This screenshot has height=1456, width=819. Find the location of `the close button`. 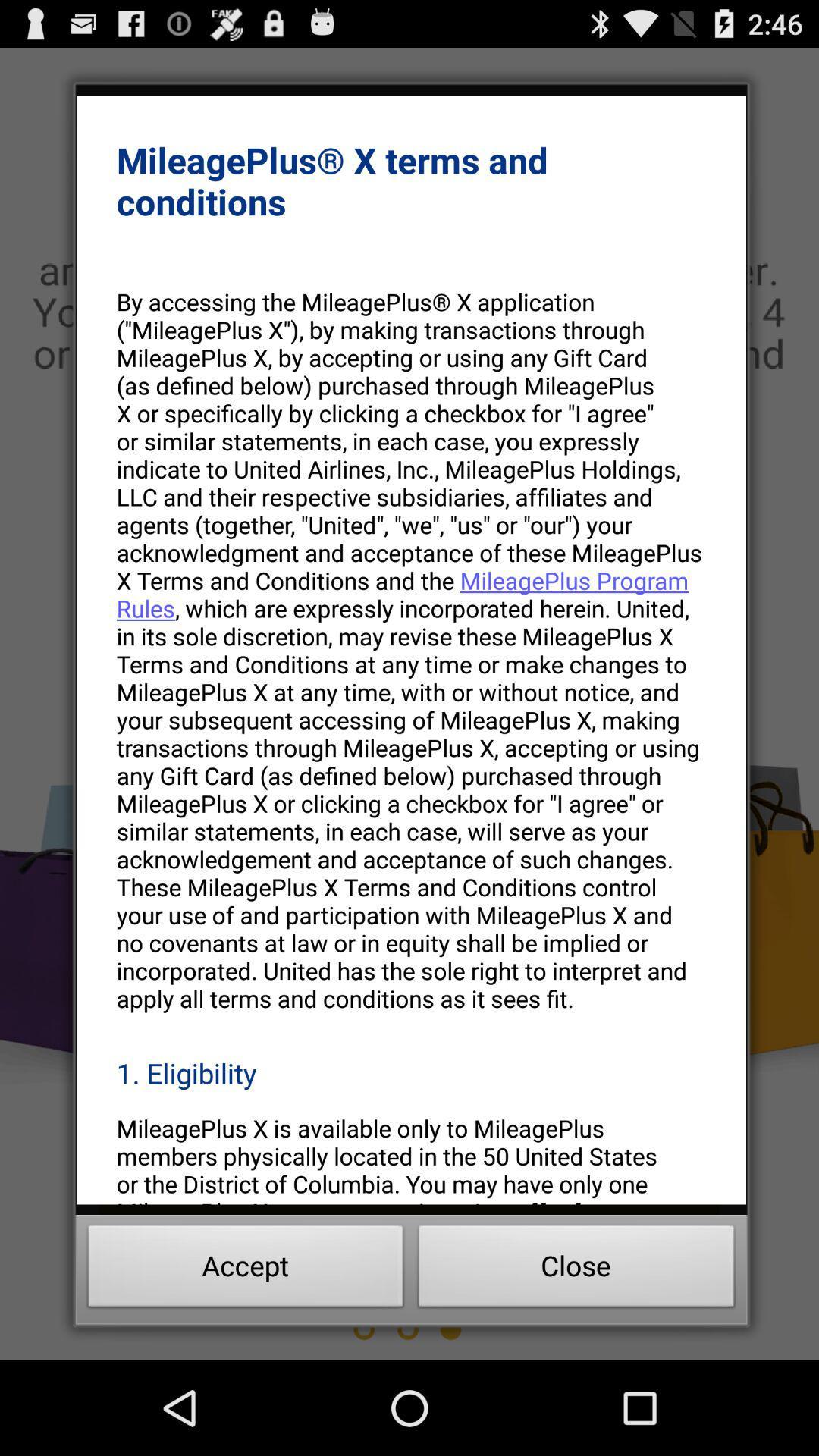

the close button is located at coordinates (576, 1270).